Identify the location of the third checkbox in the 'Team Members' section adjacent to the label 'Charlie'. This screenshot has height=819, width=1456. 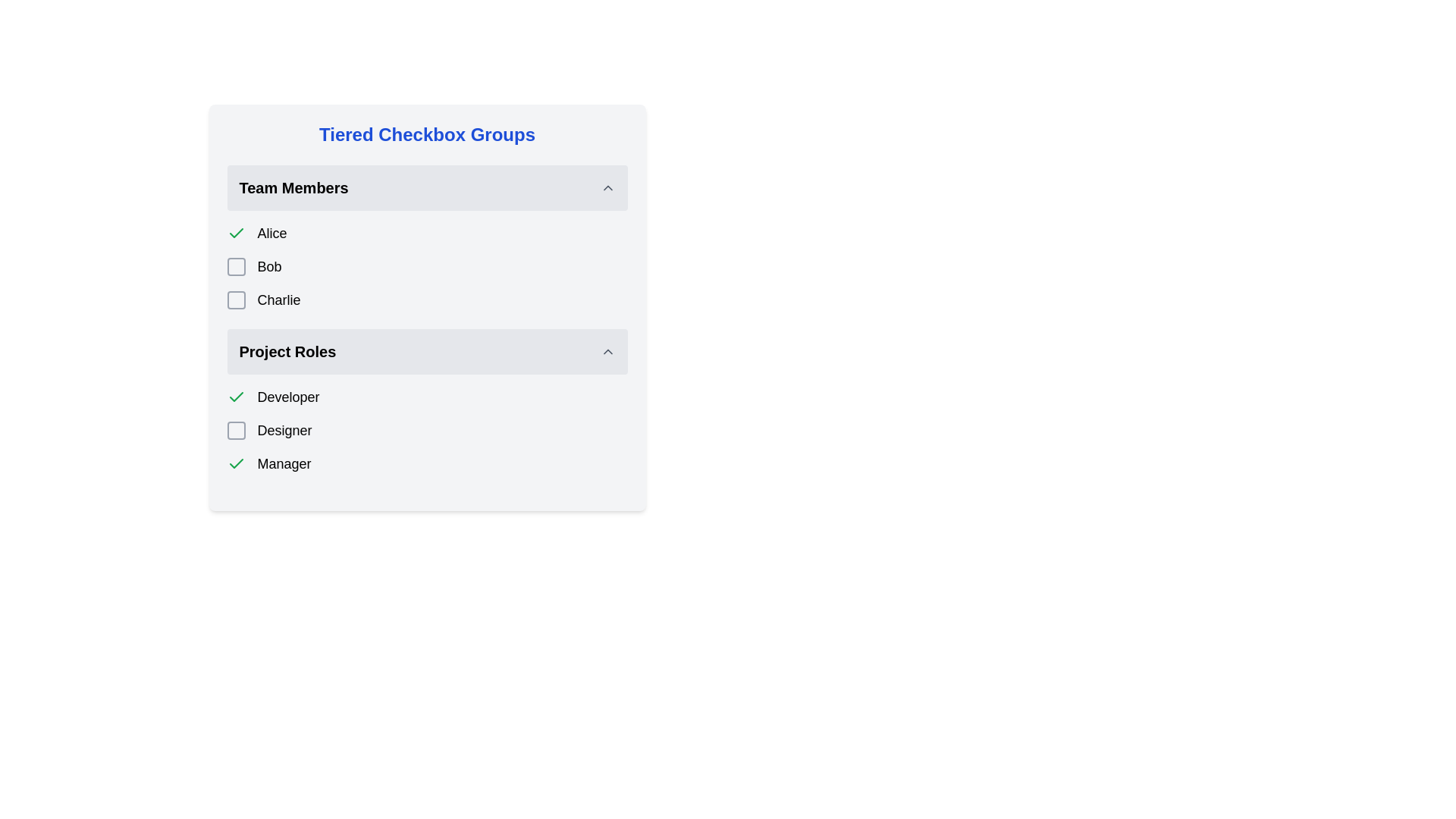
(235, 300).